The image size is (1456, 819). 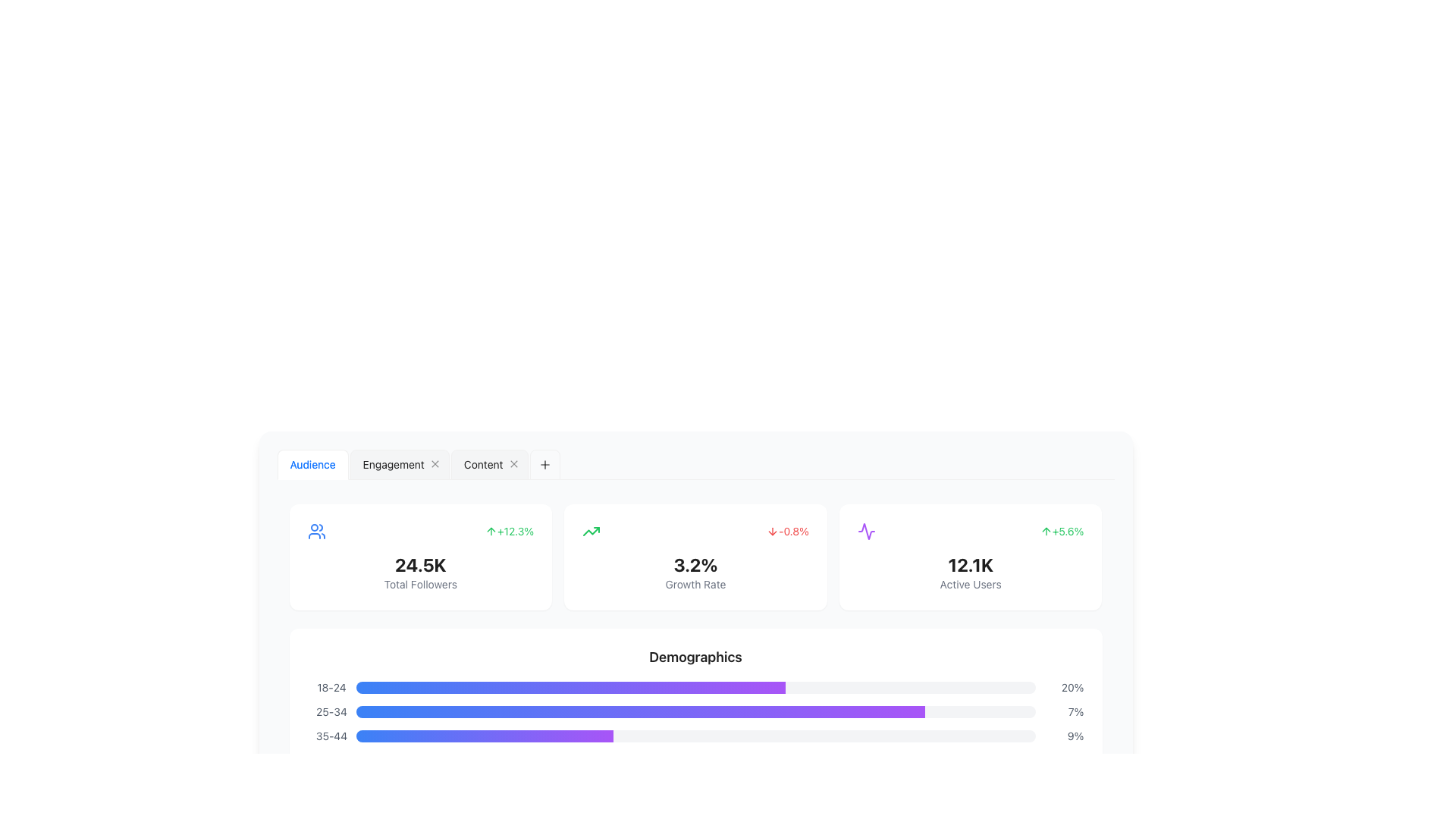 What do you see at coordinates (695, 736) in the screenshot?
I see `the progress bar that visually represents a percentage value, specifically positioned between the labels '35-44' on the left and '9%' on the right` at bounding box center [695, 736].